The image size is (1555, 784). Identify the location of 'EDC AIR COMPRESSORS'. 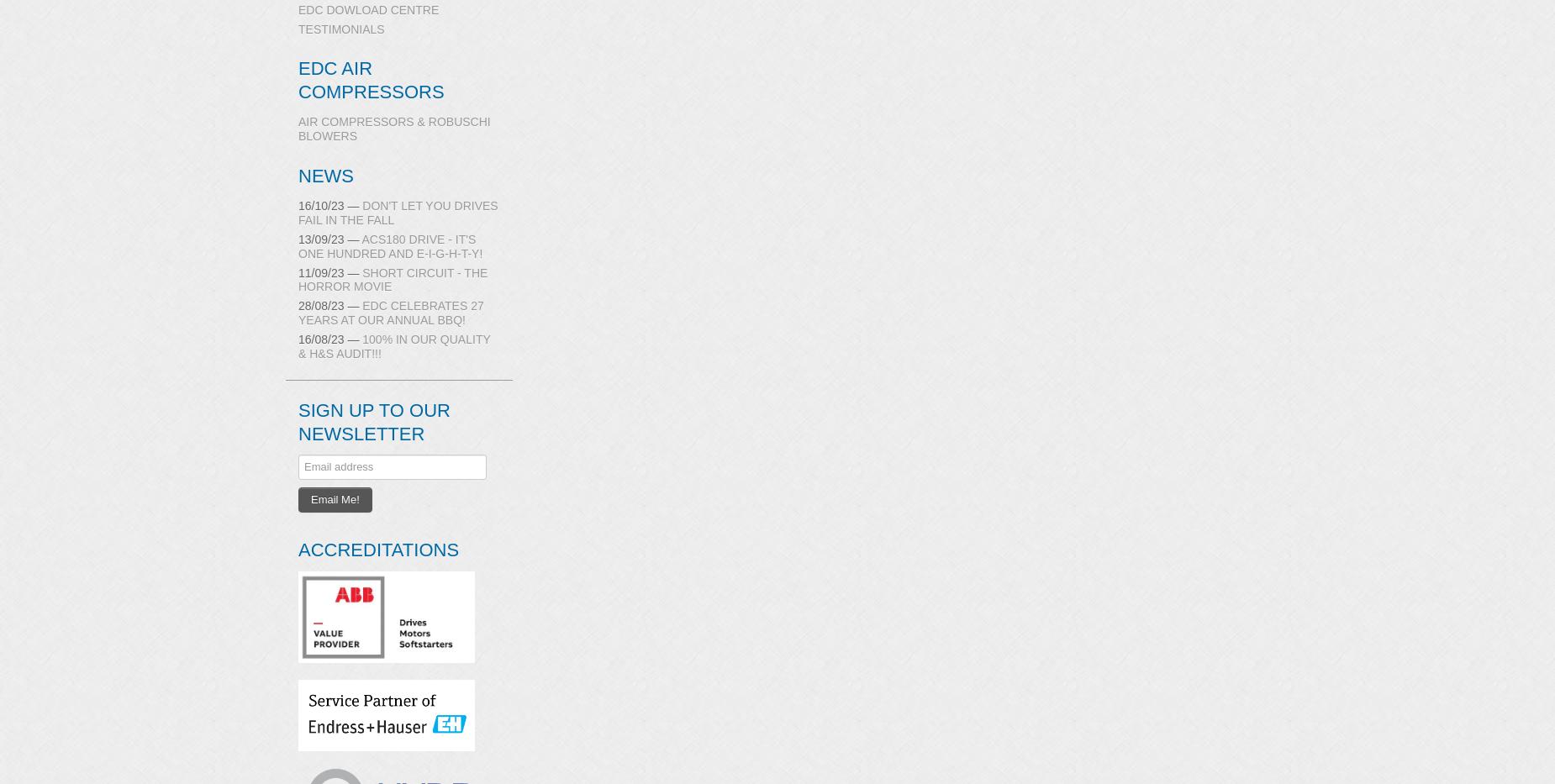
(370, 79).